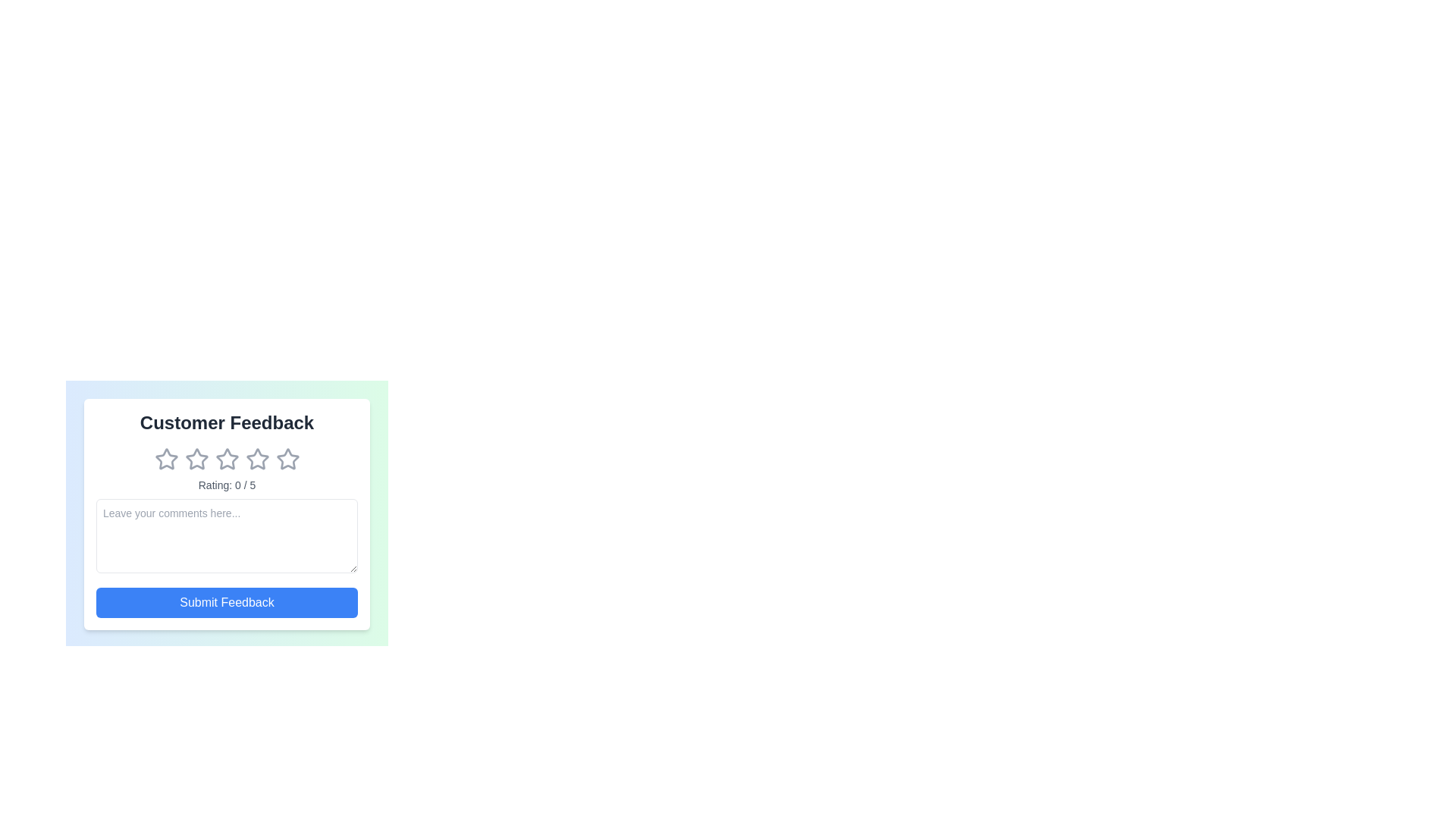 The image size is (1456, 819). Describe the element at coordinates (226, 458) in the screenshot. I see `the star corresponding to the desired rating 3` at that location.